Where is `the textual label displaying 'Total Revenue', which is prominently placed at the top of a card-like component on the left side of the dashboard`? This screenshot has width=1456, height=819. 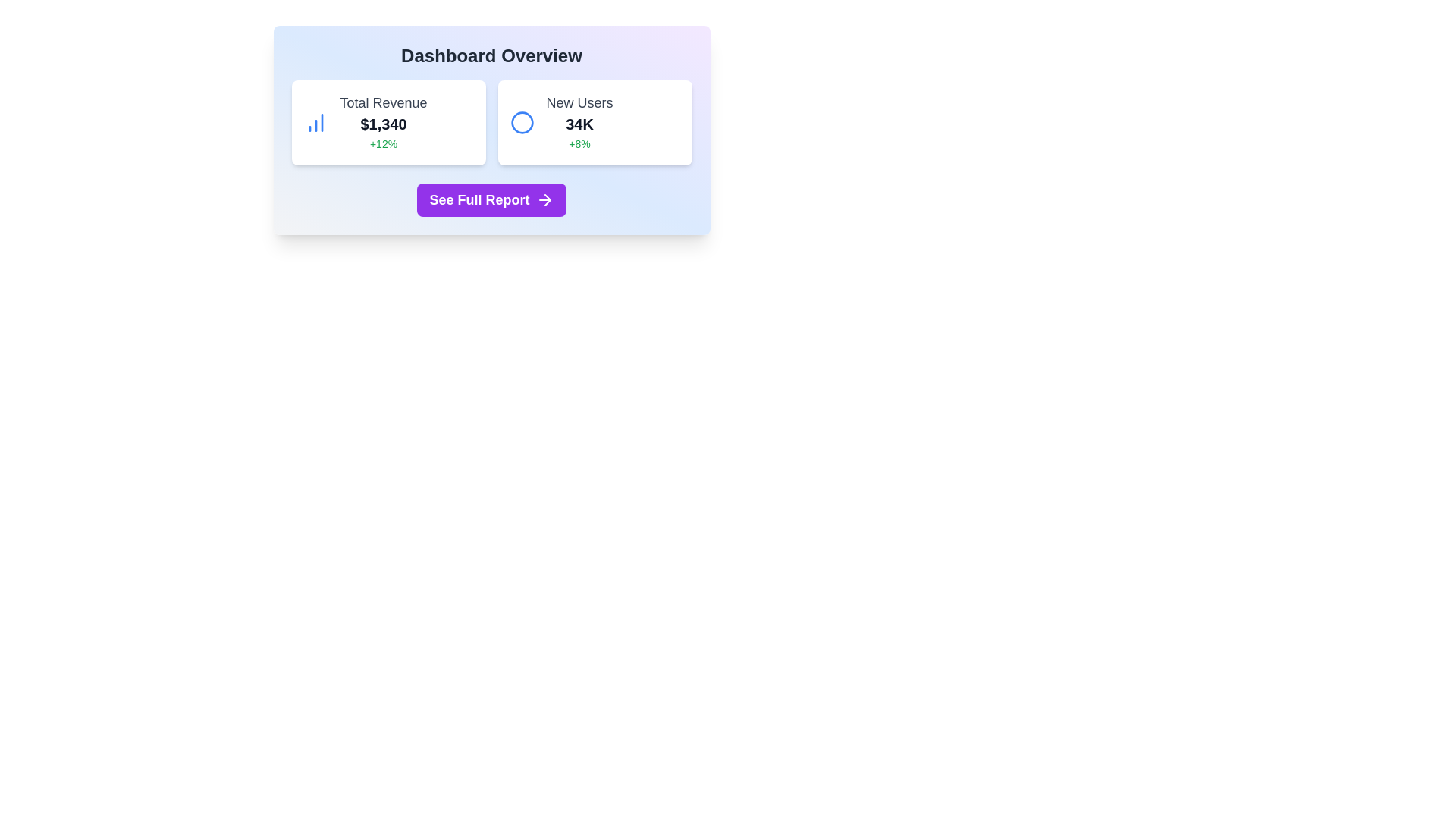
the textual label displaying 'Total Revenue', which is prominently placed at the top of a card-like component on the left side of the dashboard is located at coordinates (384, 102).